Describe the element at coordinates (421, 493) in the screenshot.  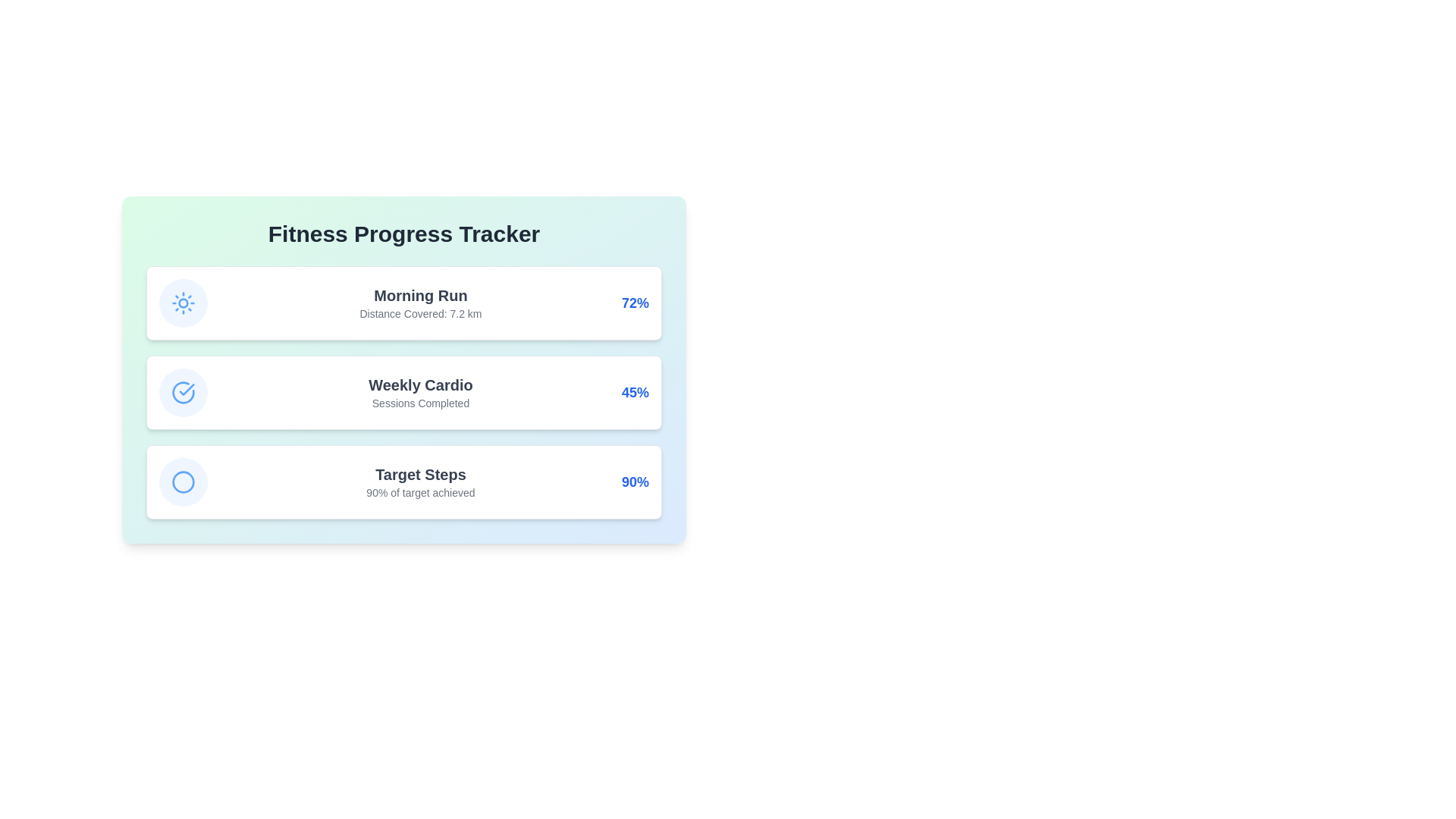
I see `the text label displaying '90% of target achieved', which is styled in gray and positioned below the 'Target Steps' text in the information block` at that location.